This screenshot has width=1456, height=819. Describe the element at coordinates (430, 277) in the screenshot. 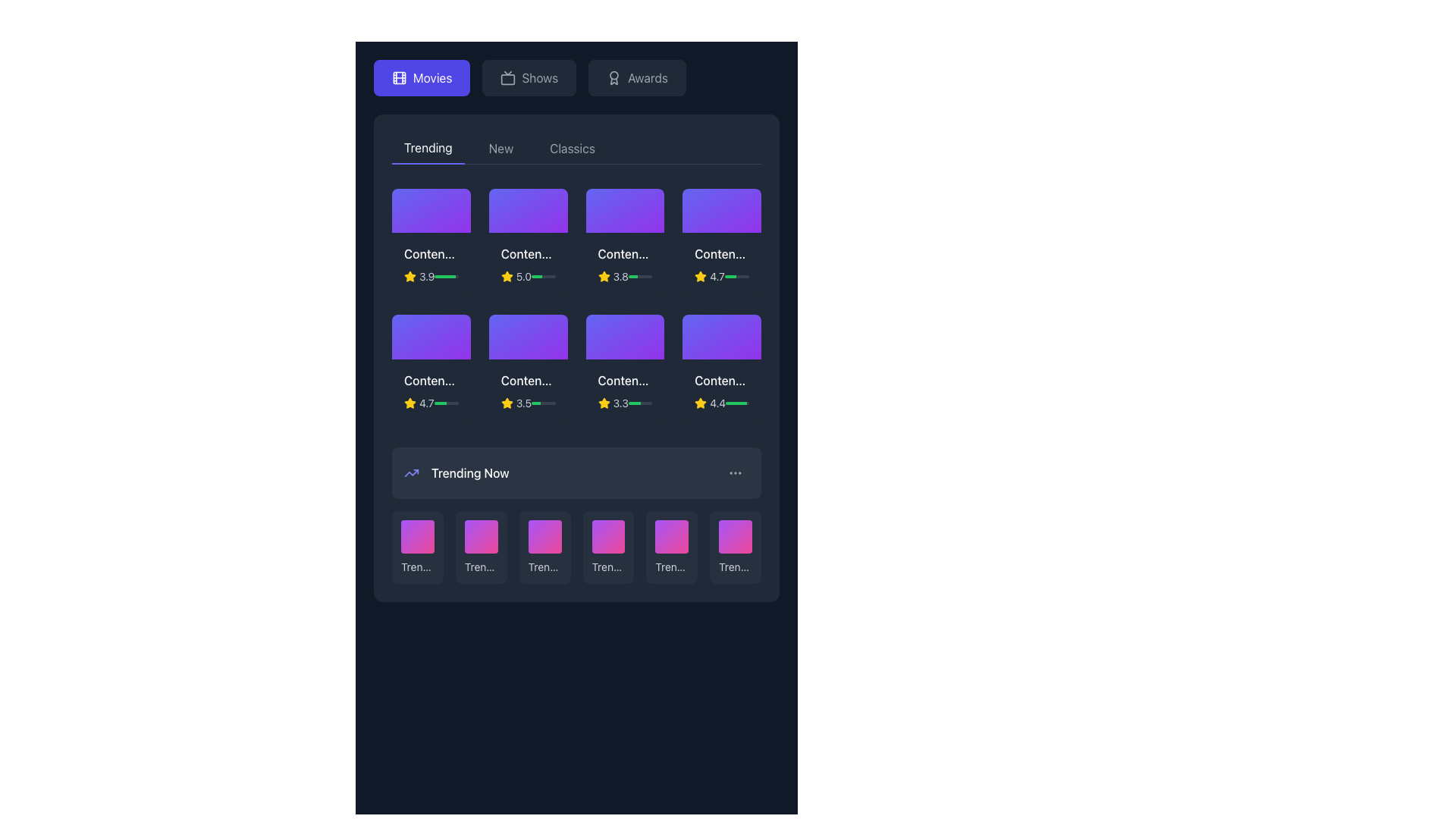

I see `the Rating indicator with a numeric label and progress bar, which displays a yellow star icon and the numeric rating '3.9'` at that location.